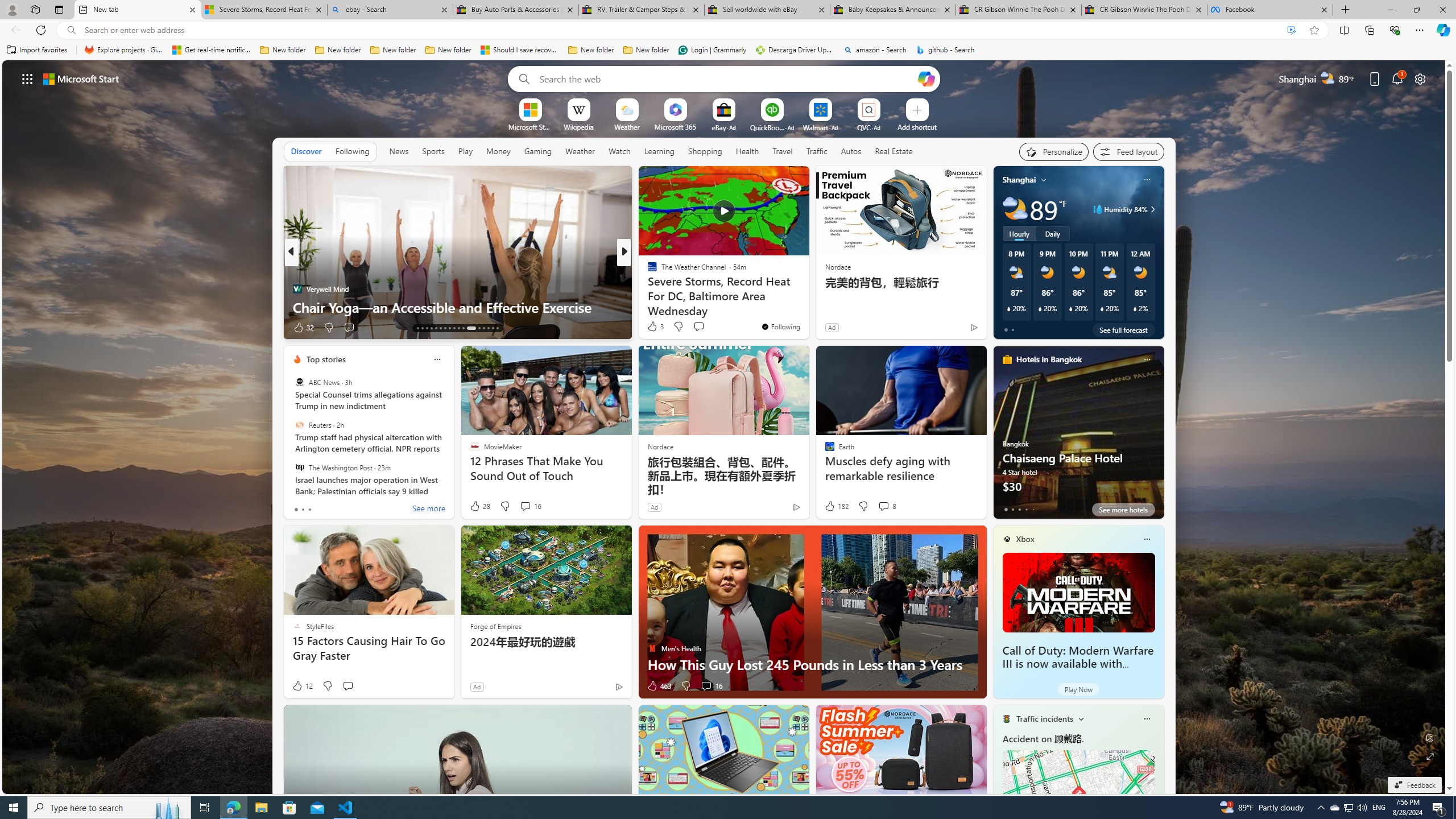 The height and width of the screenshot is (819, 1456). What do you see at coordinates (1004, 509) in the screenshot?
I see `'tab-0'` at bounding box center [1004, 509].